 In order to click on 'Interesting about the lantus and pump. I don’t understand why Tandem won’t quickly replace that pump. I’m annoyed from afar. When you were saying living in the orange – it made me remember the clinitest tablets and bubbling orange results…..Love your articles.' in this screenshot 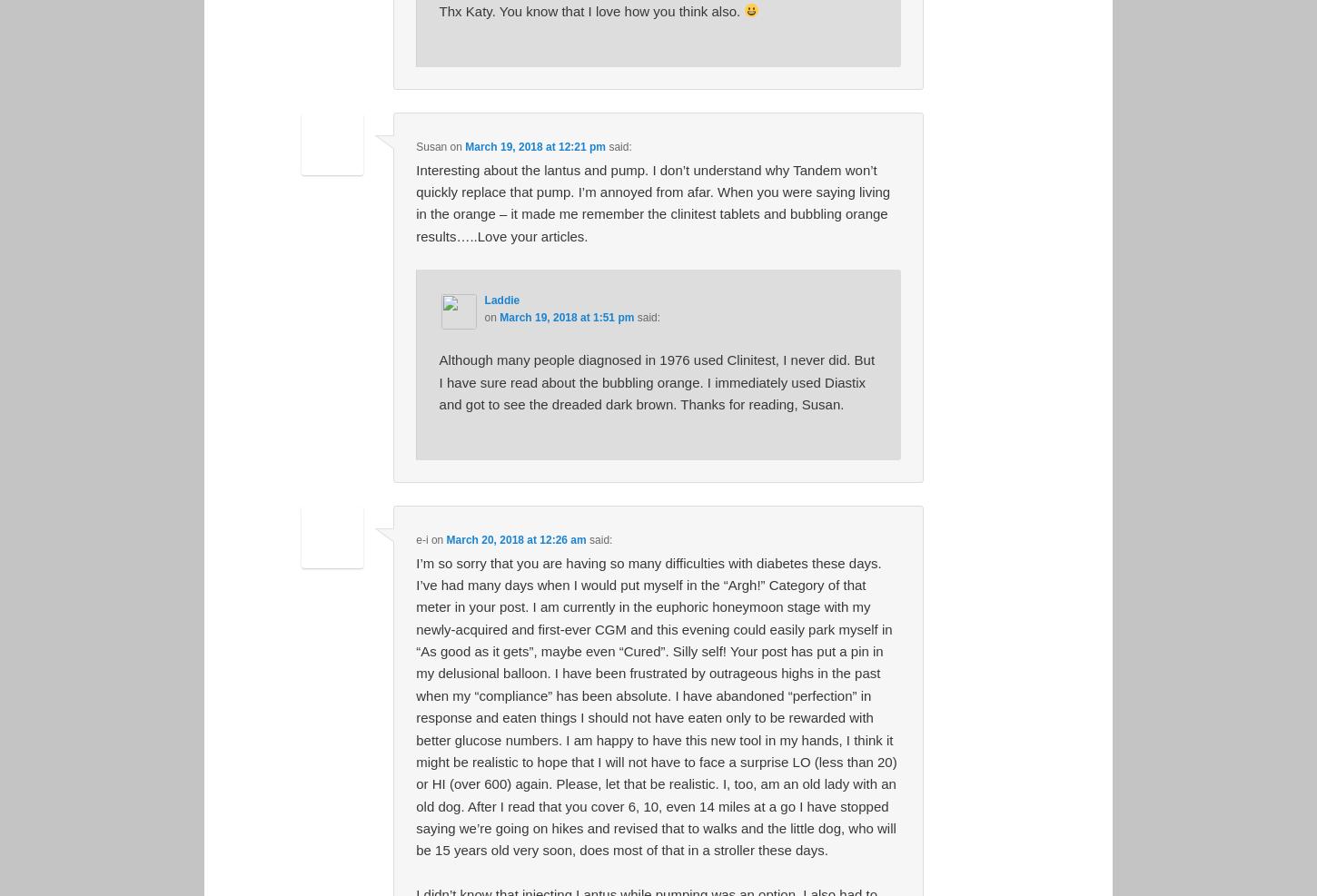, I will do `click(652, 202)`.